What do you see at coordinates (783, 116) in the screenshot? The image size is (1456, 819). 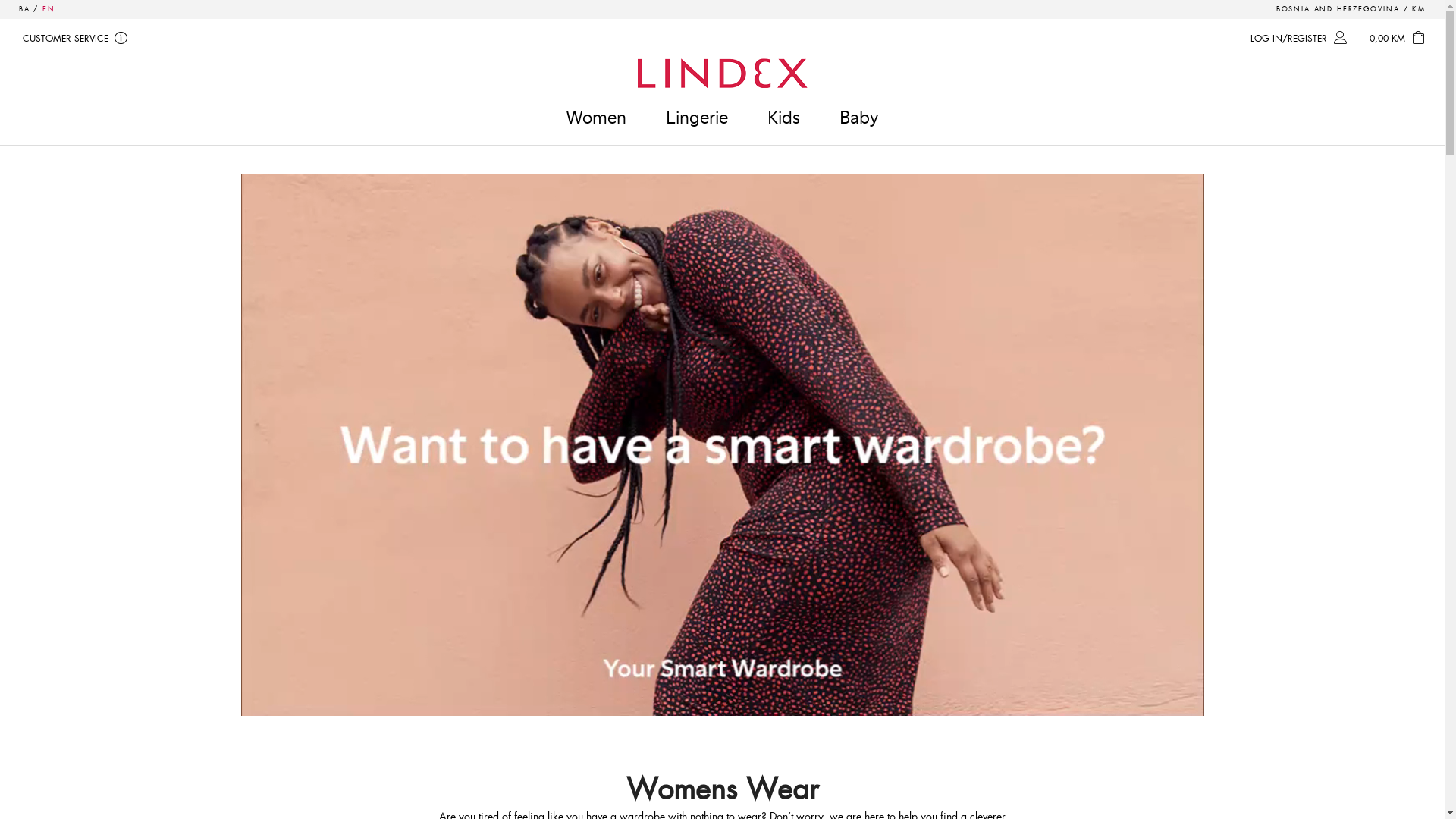 I see `'Kids'` at bounding box center [783, 116].